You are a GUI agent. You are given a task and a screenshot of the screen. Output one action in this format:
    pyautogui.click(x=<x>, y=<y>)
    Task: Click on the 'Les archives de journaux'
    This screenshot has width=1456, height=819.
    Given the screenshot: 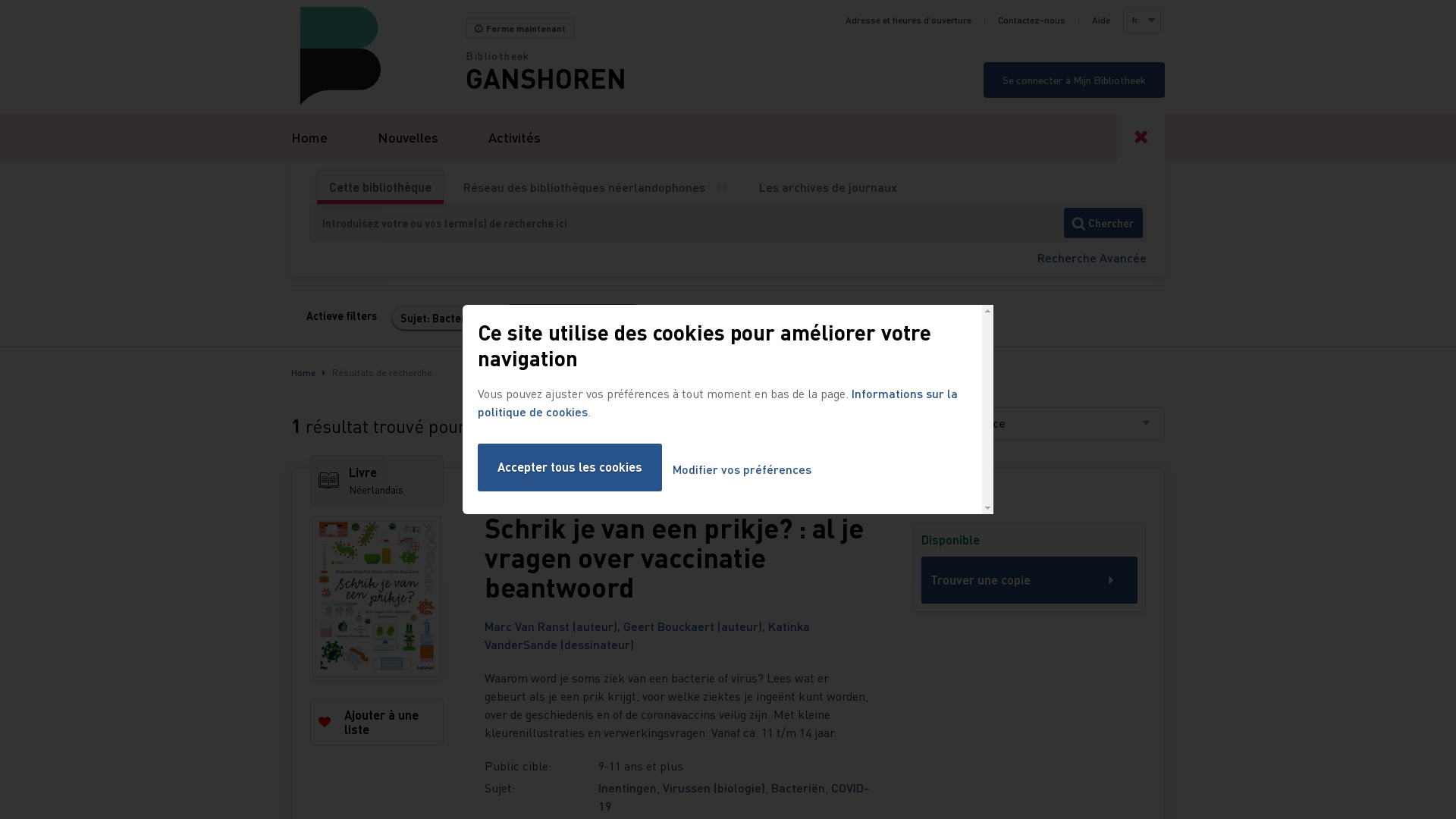 What is the action you would take?
    pyautogui.click(x=827, y=186)
    